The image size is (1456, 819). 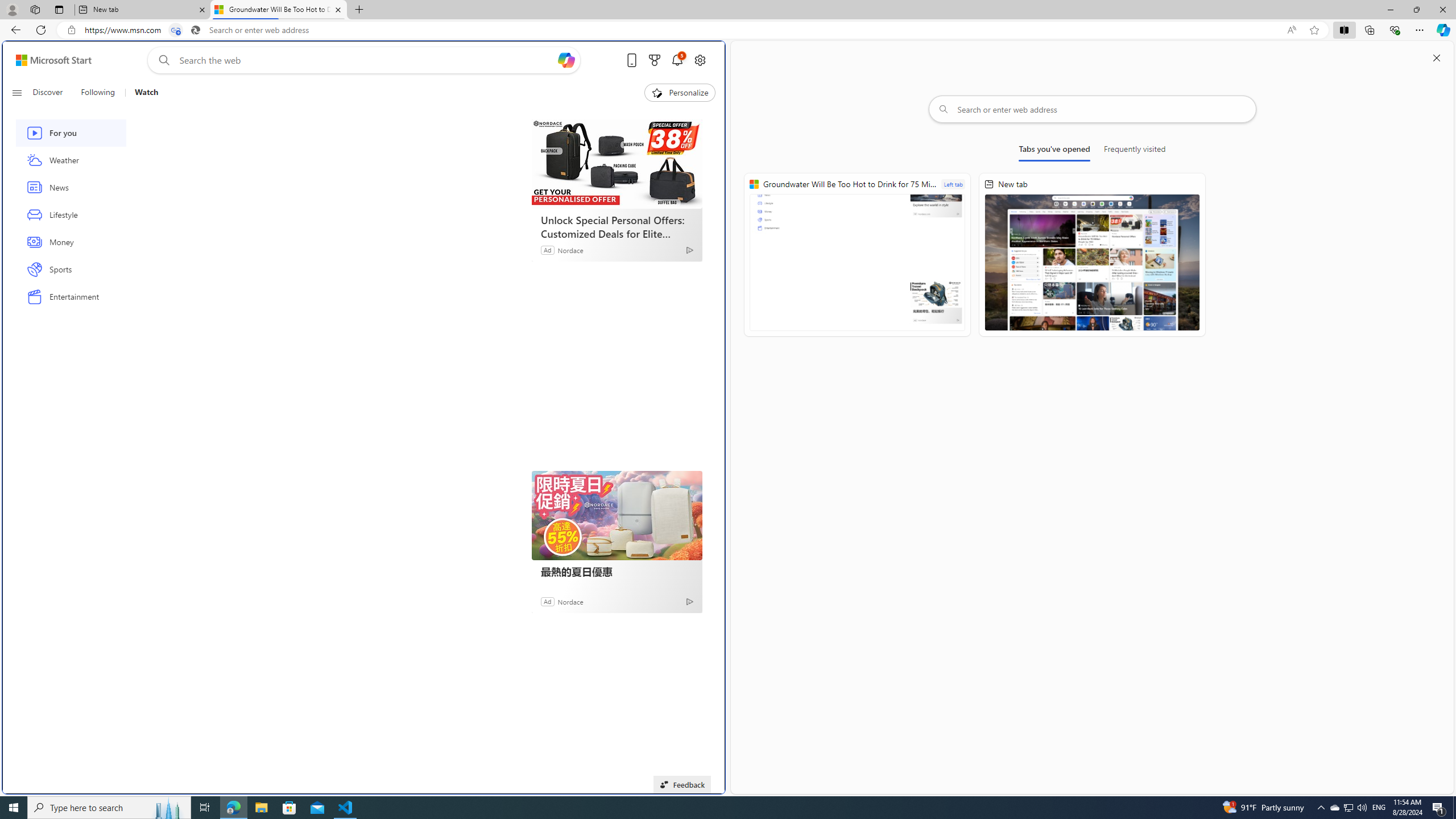 I want to click on 'Microsoft rewards', so click(x=653, y=60).